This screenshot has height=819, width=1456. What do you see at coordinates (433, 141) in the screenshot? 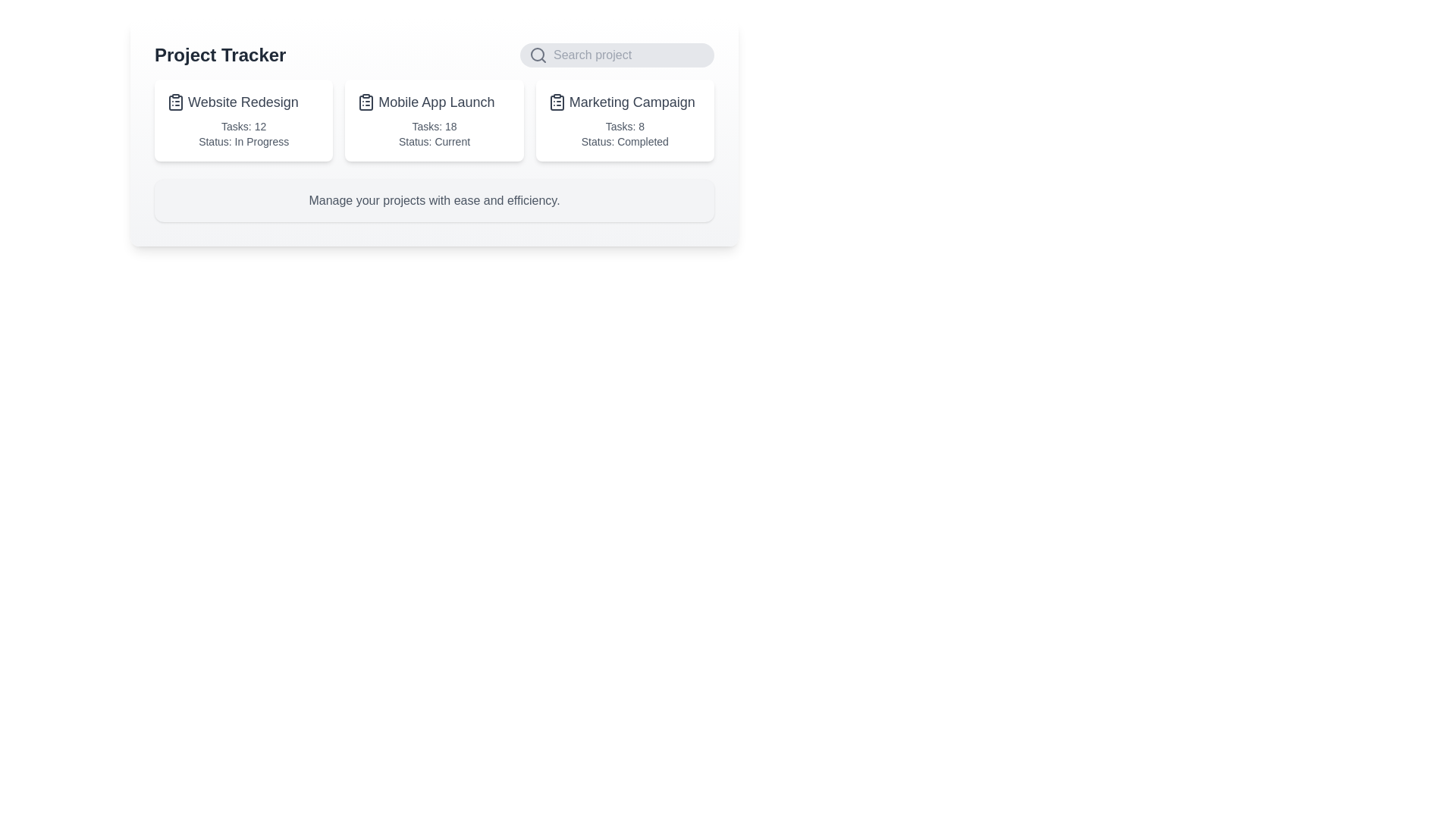
I see `the static text label displaying 'Status: Current', which is located below the 'Tasks: 18' text in the card titled 'Mobile App Launch'` at bounding box center [433, 141].